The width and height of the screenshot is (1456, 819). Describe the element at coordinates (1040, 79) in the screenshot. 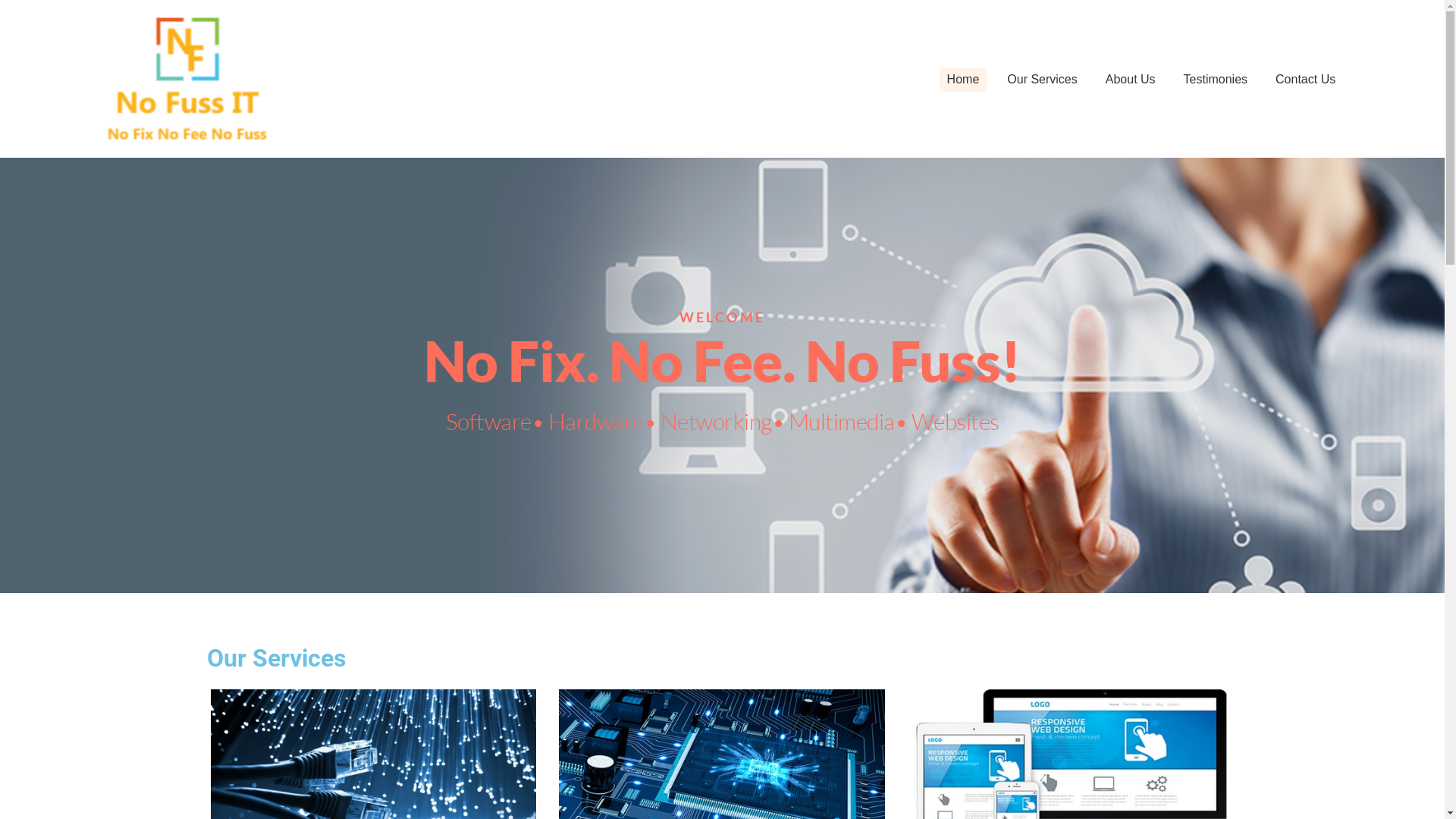

I see `'Our Services'` at that location.